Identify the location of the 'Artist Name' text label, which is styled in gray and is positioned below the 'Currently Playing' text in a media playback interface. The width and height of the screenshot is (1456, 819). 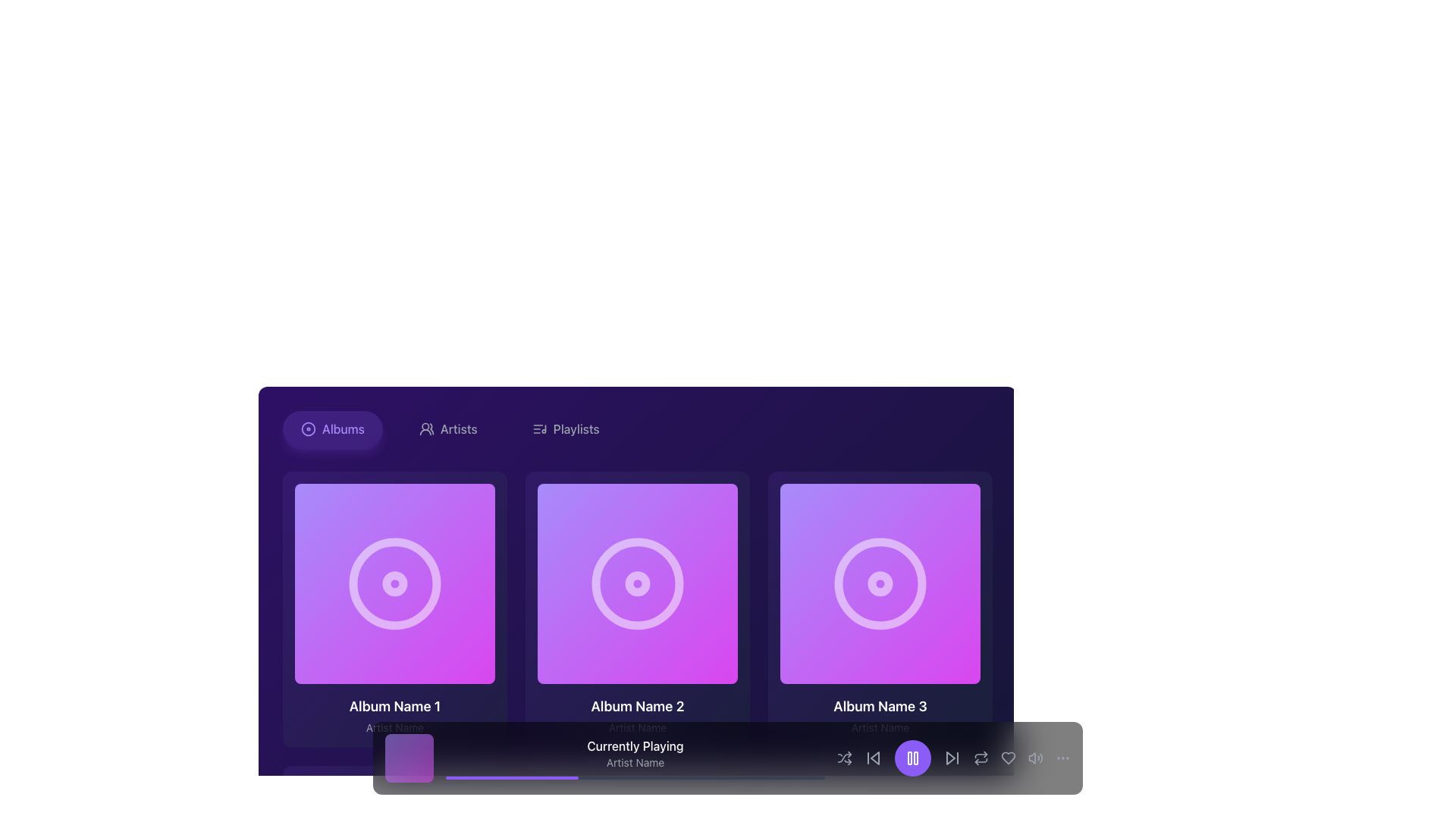
(635, 763).